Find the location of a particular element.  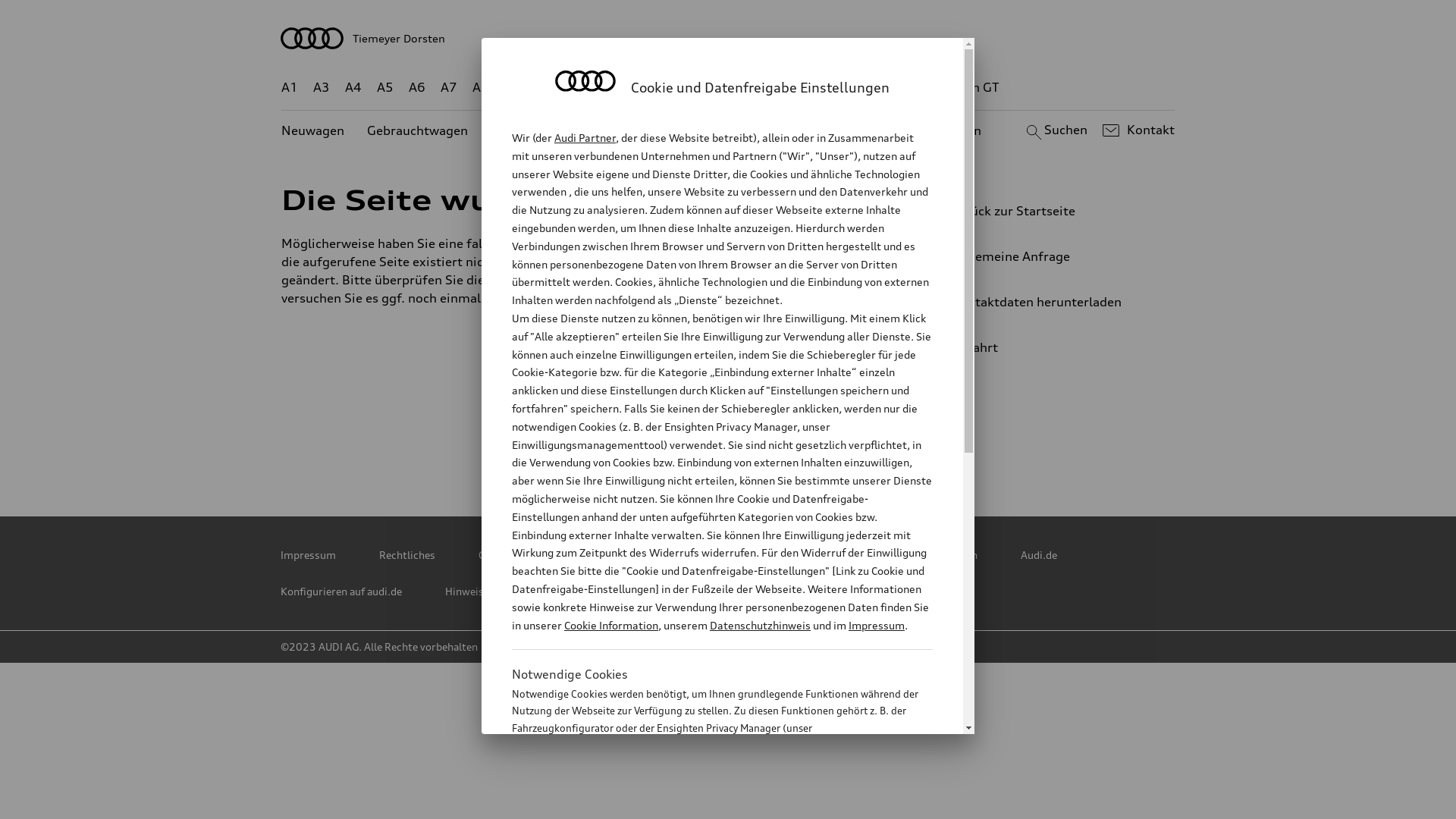

'A6' is located at coordinates (417, 87).